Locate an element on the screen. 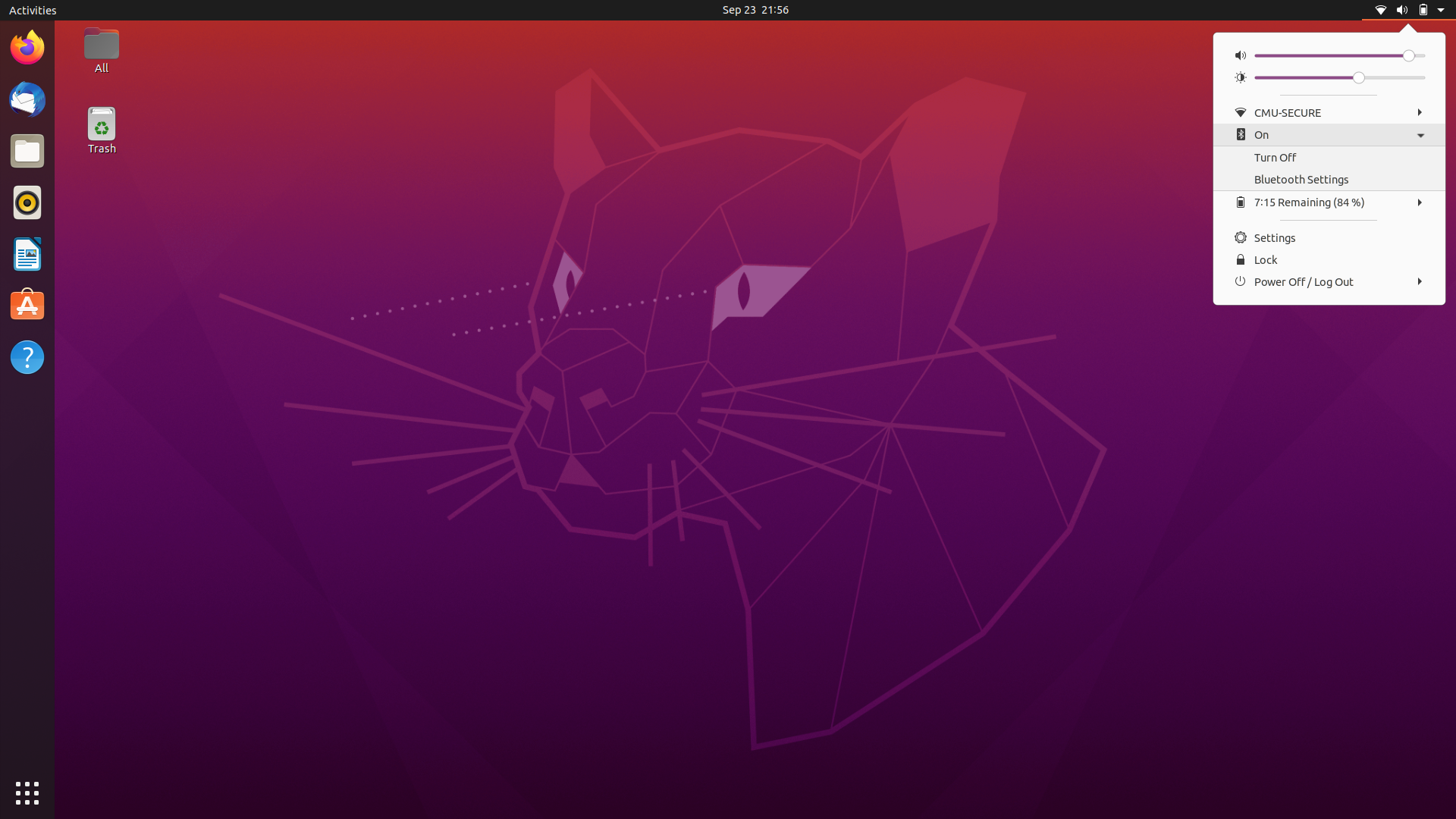  Dim Screen Brightness is located at coordinates (1260, 77).